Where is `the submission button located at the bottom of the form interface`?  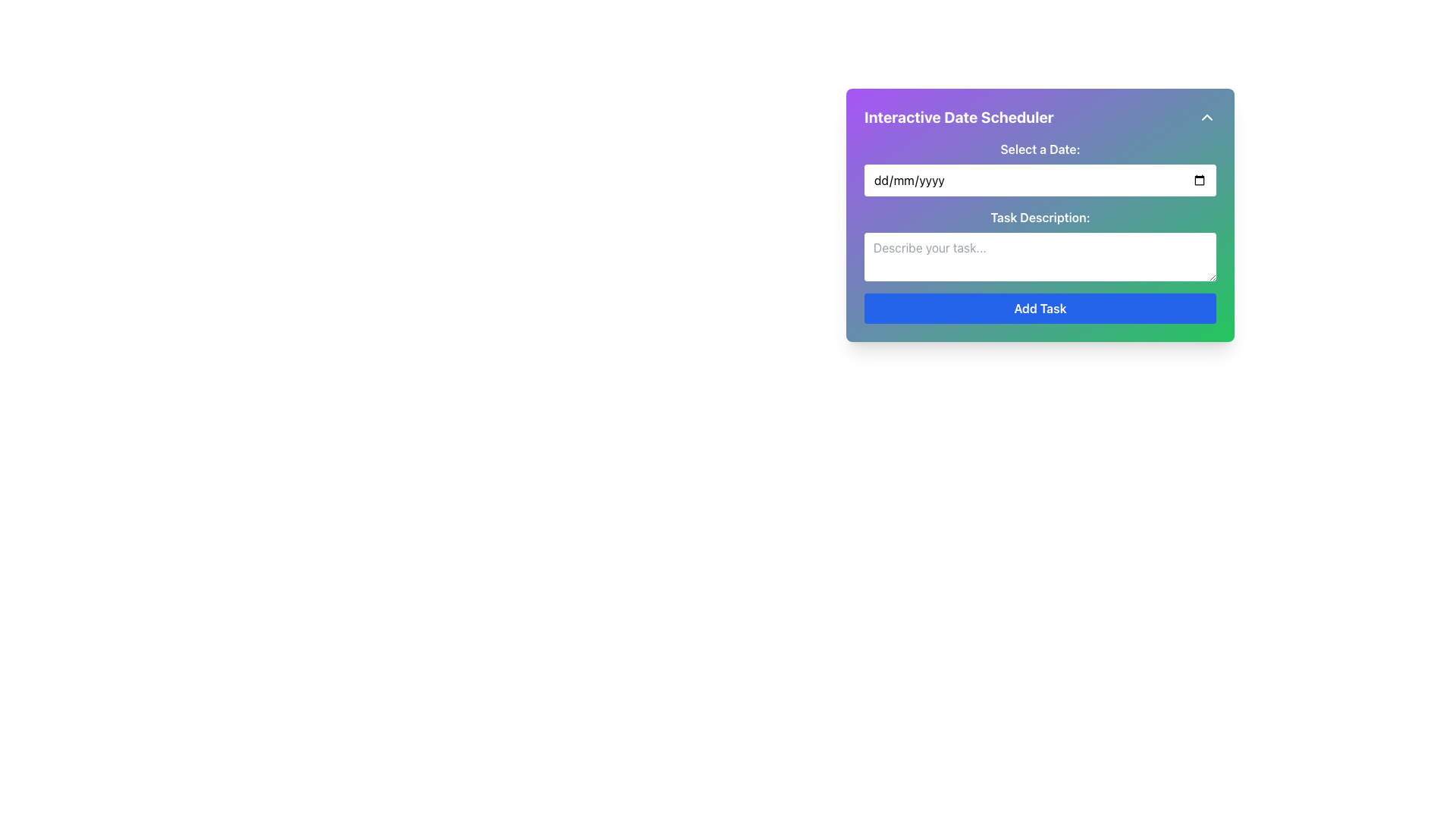
the submission button located at the bottom of the form interface is located at coordinates (1040, 308).